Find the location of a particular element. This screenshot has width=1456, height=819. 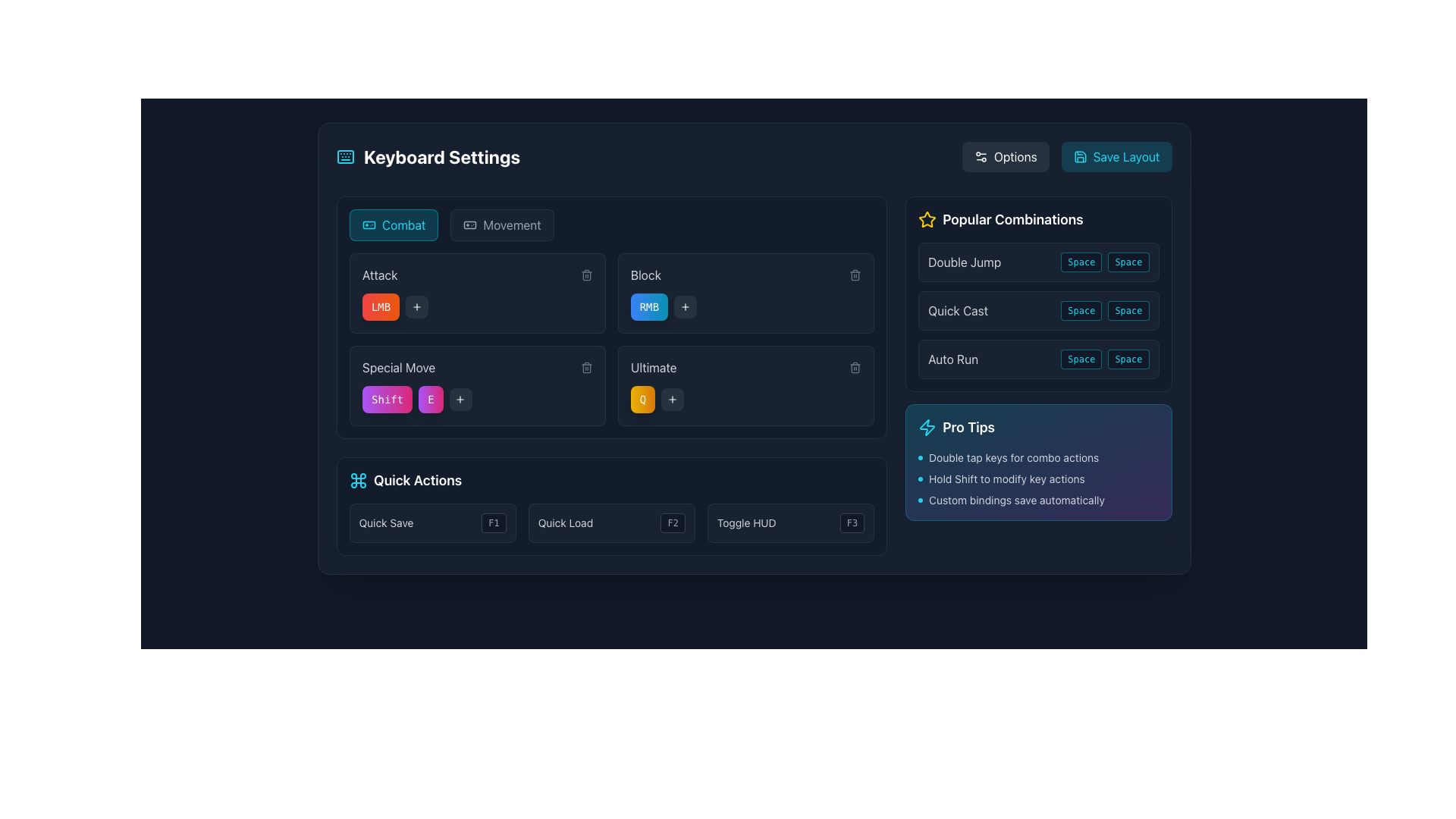

the 'Attack' button in the combat section of the keyboard settings is located at coordinates (476, 293).